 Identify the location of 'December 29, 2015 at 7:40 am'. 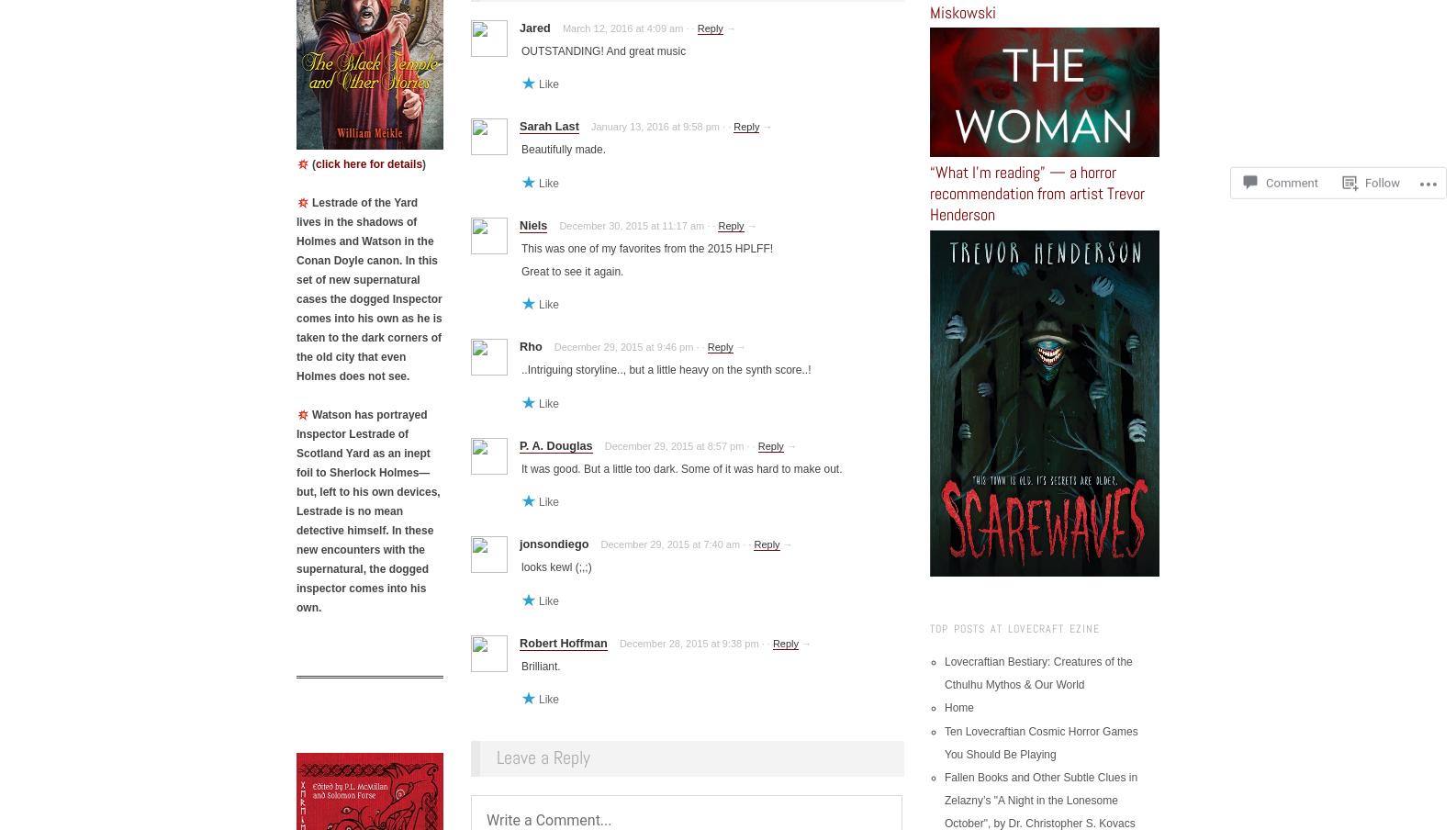
(669, 544).